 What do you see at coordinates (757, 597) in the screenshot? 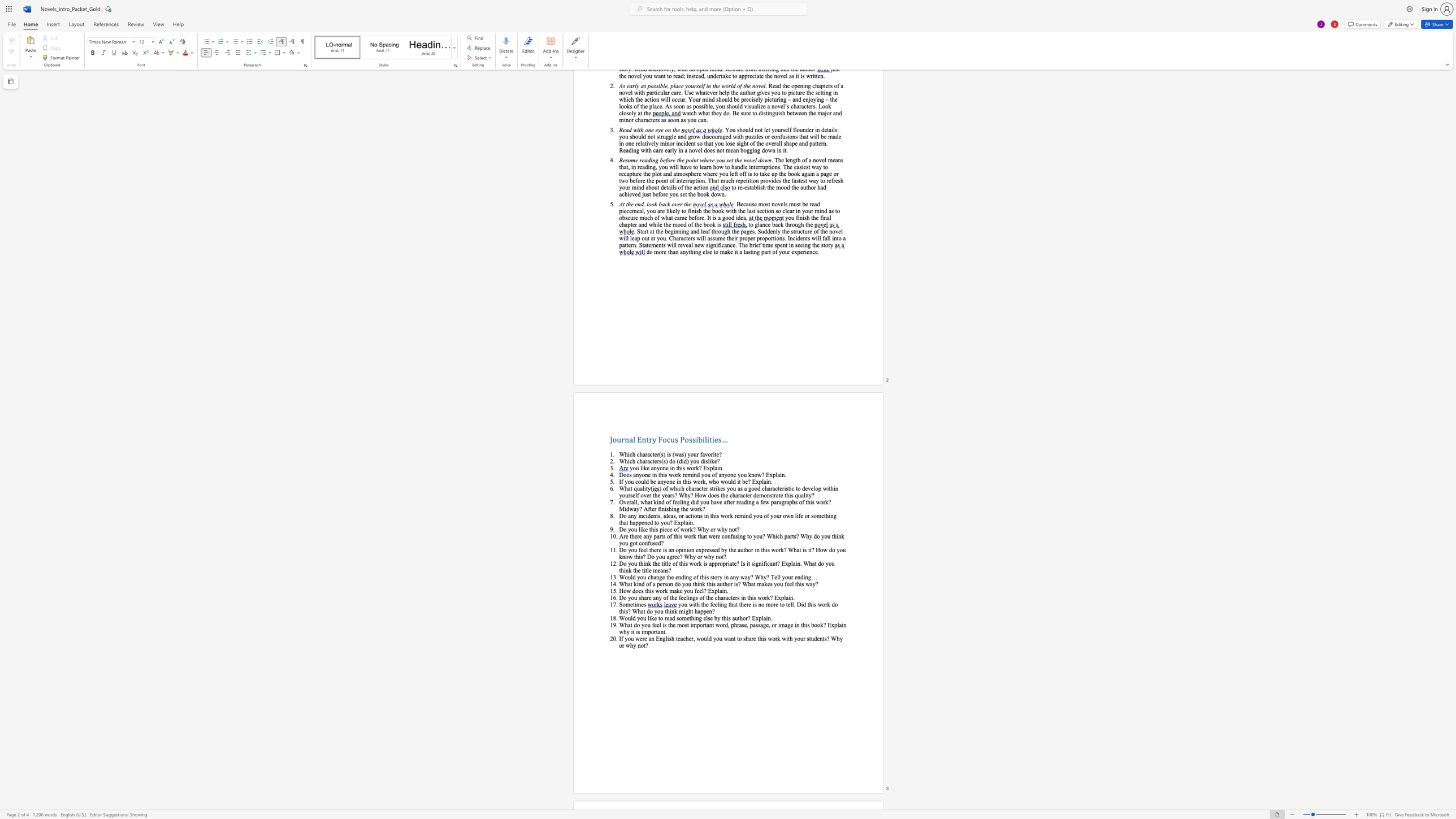
I see `the subset text "work? Expla" within the text "Do you share any of the feelings of the characters in this work? Explain."` at bounding box center [757, 597].